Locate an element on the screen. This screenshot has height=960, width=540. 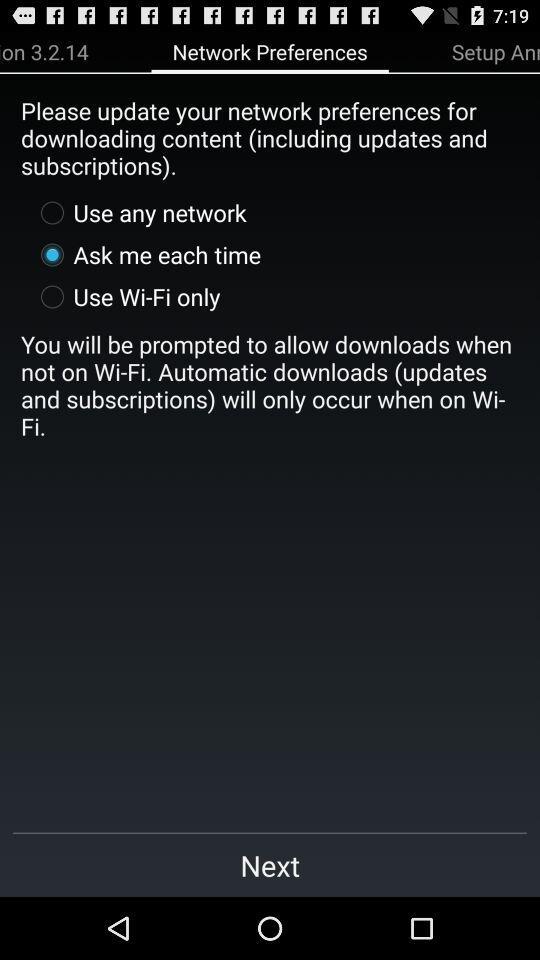
the next button is located at coordinates (270, 864).